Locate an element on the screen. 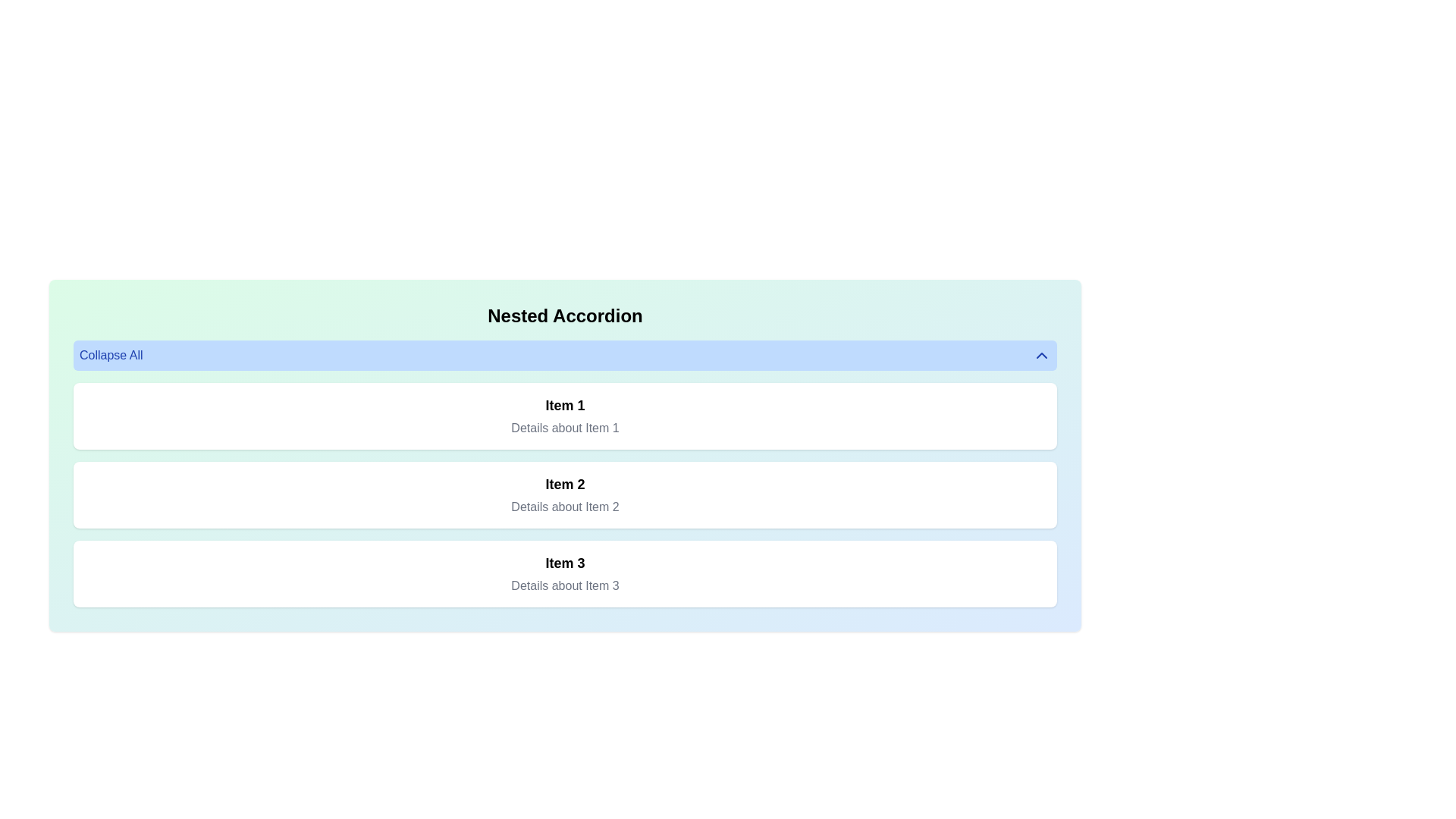  the list item 3 is located at coordinates (564, 573).